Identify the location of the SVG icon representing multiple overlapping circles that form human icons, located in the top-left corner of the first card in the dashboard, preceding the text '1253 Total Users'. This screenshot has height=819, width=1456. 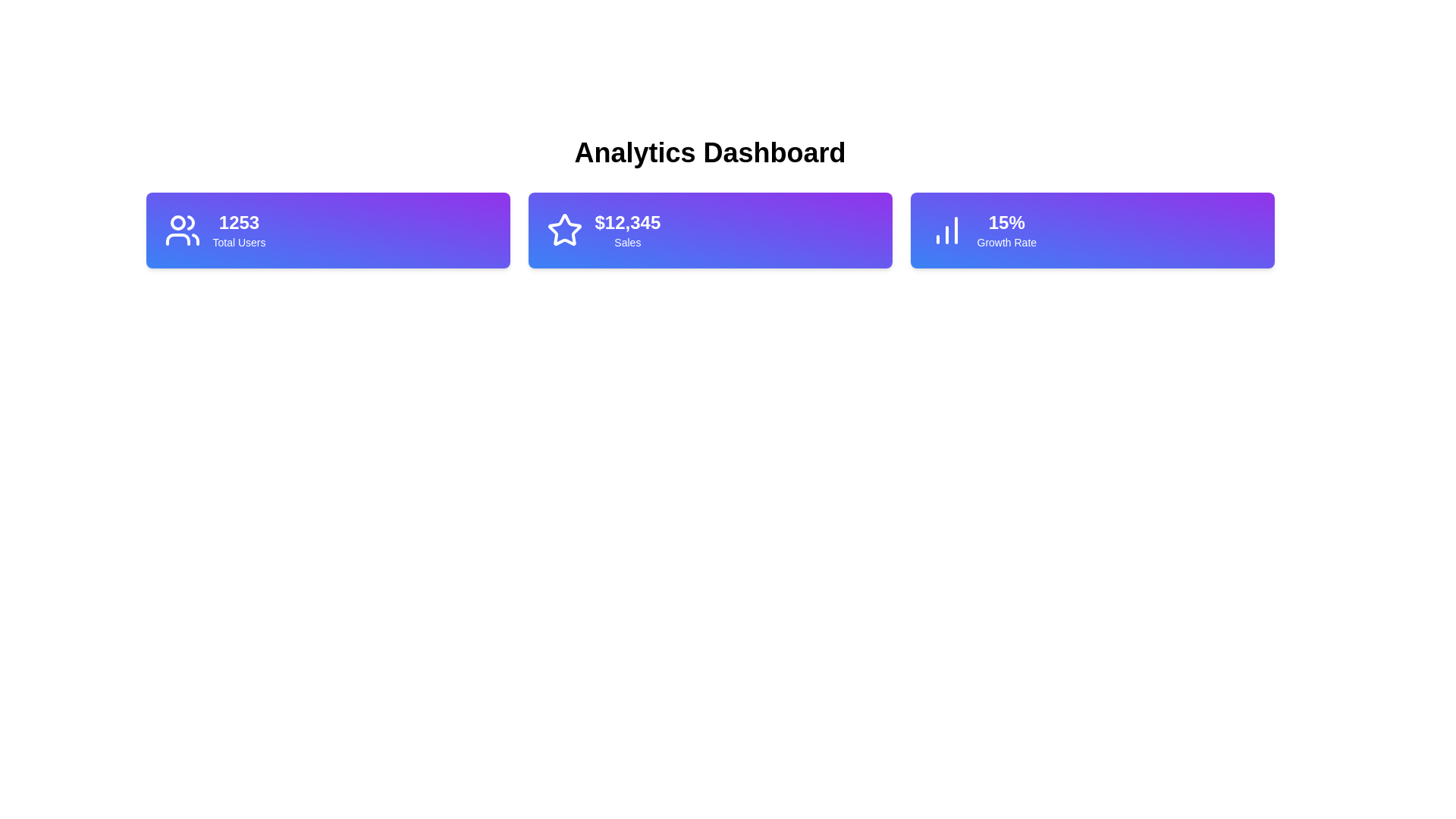
(182, 231).